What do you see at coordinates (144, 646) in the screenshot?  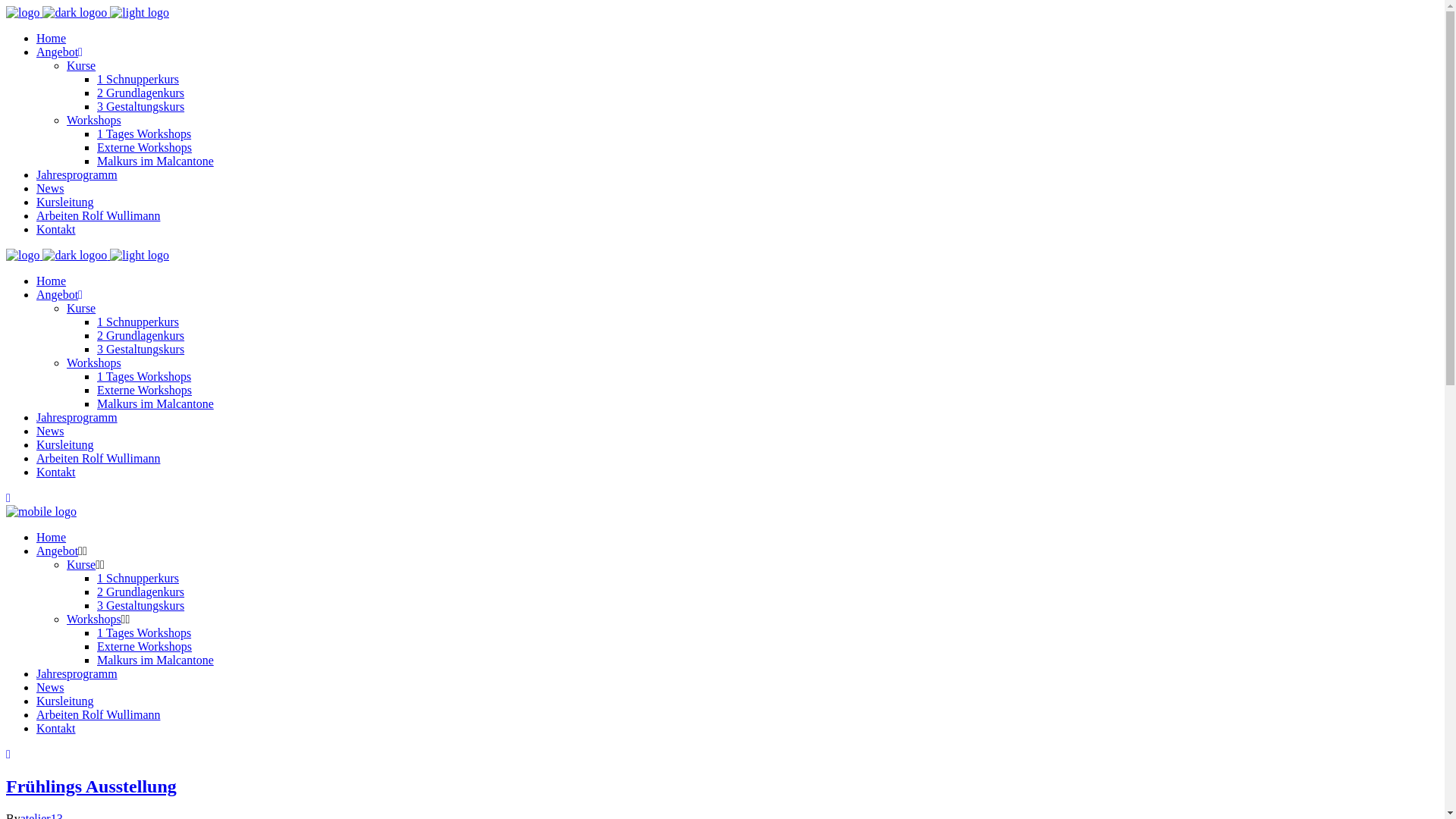 I see `'Externe Workshops'` at bounding box center [144, 646].